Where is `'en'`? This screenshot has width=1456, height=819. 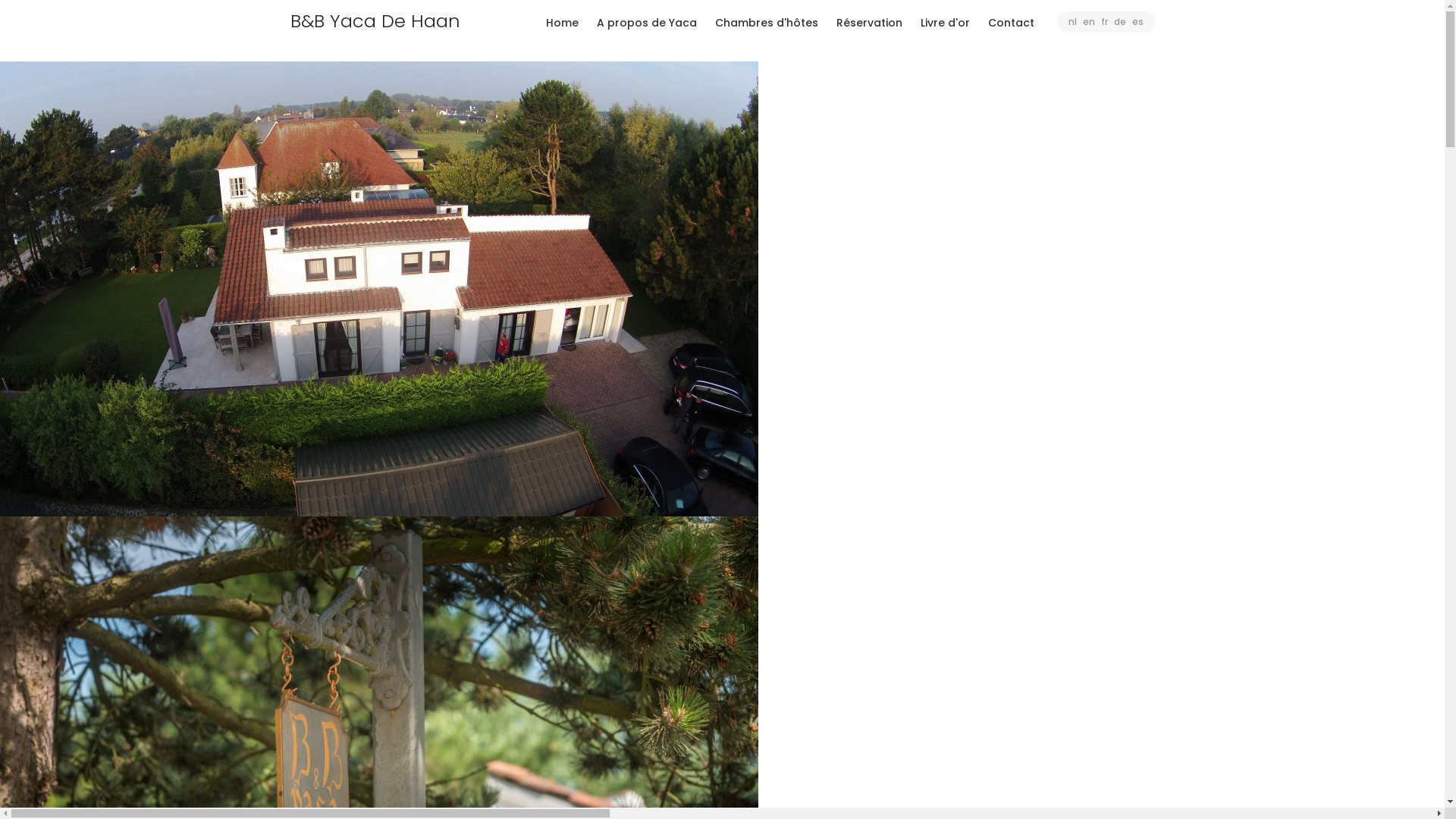
'en' is located at coordinates (1087, 21).